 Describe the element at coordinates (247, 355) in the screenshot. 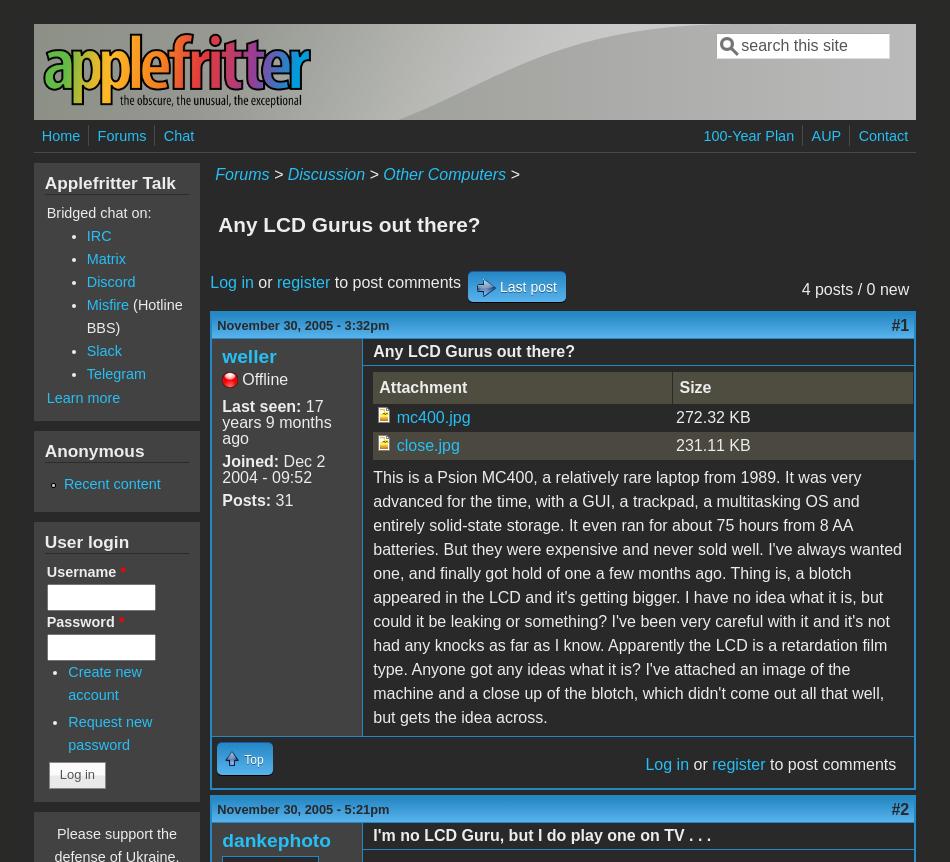

I see `'weller'` at that location.